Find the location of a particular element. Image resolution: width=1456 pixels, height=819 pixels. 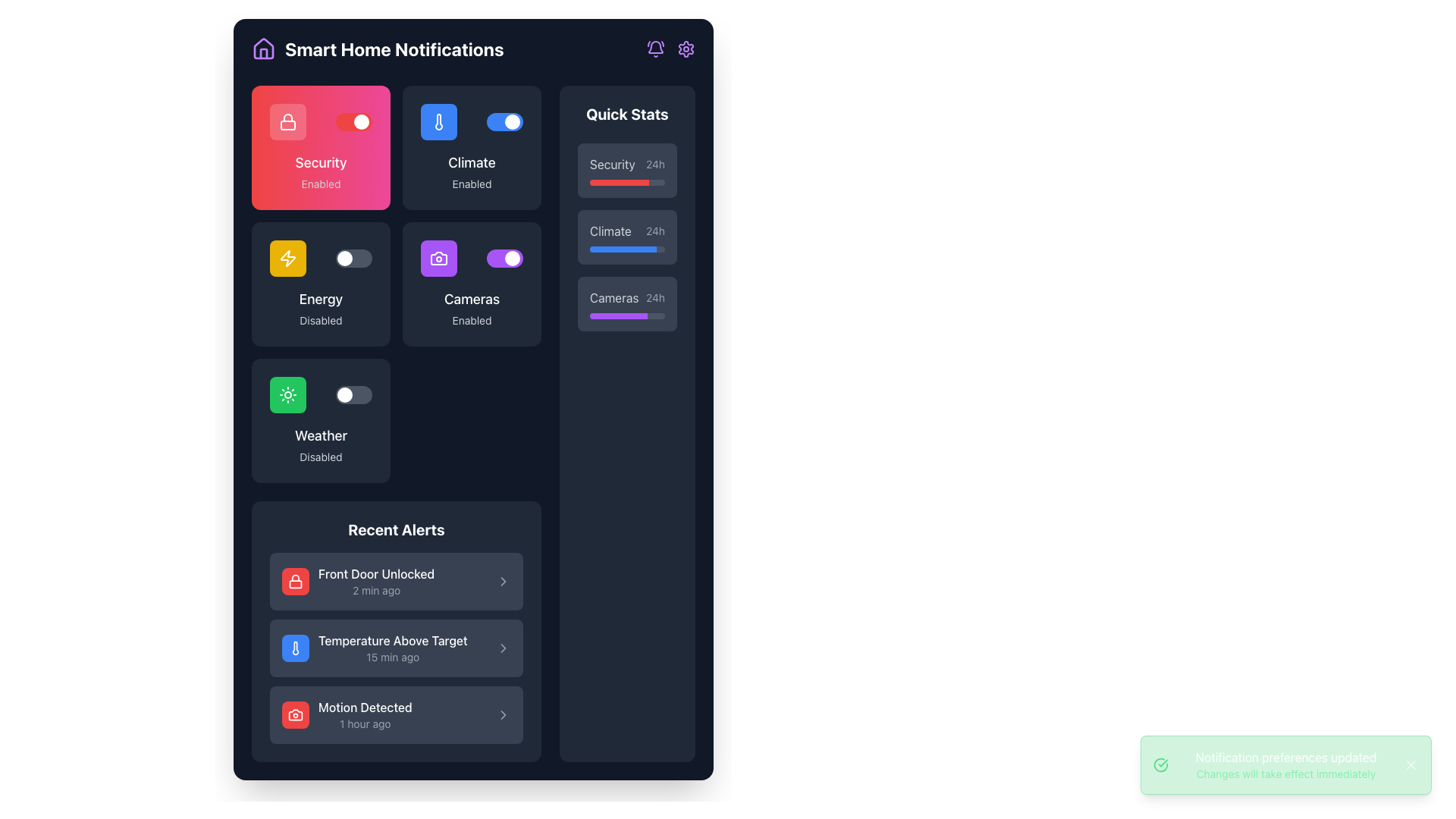

the static text label that says 'Temperature Above Target' in the 'Recent Alerts' section, which is displayed in white font on a blue background is located at coordinates (393, 640).